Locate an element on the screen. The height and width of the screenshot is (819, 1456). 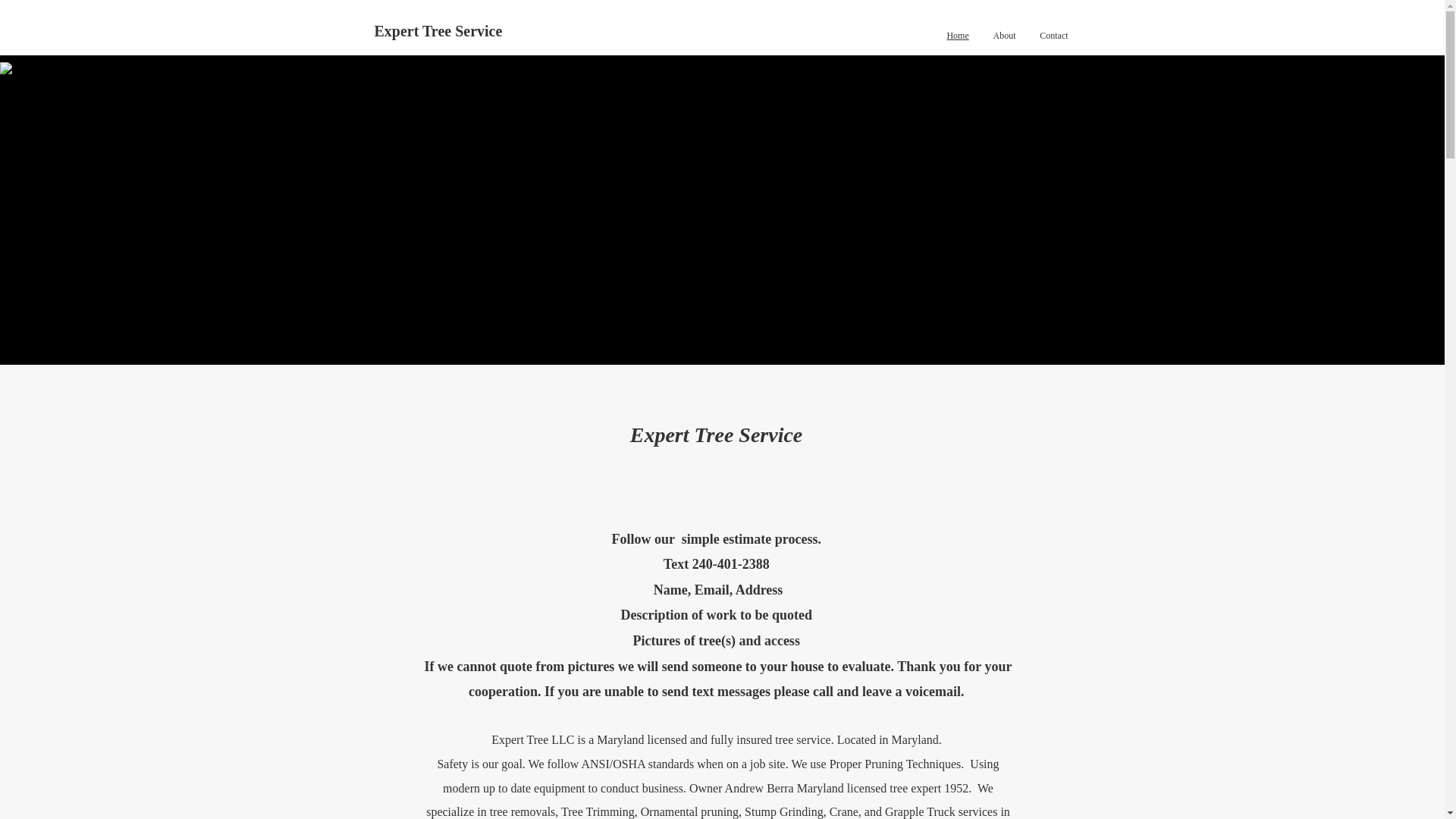
'About' is located at coordinates (981, 34).